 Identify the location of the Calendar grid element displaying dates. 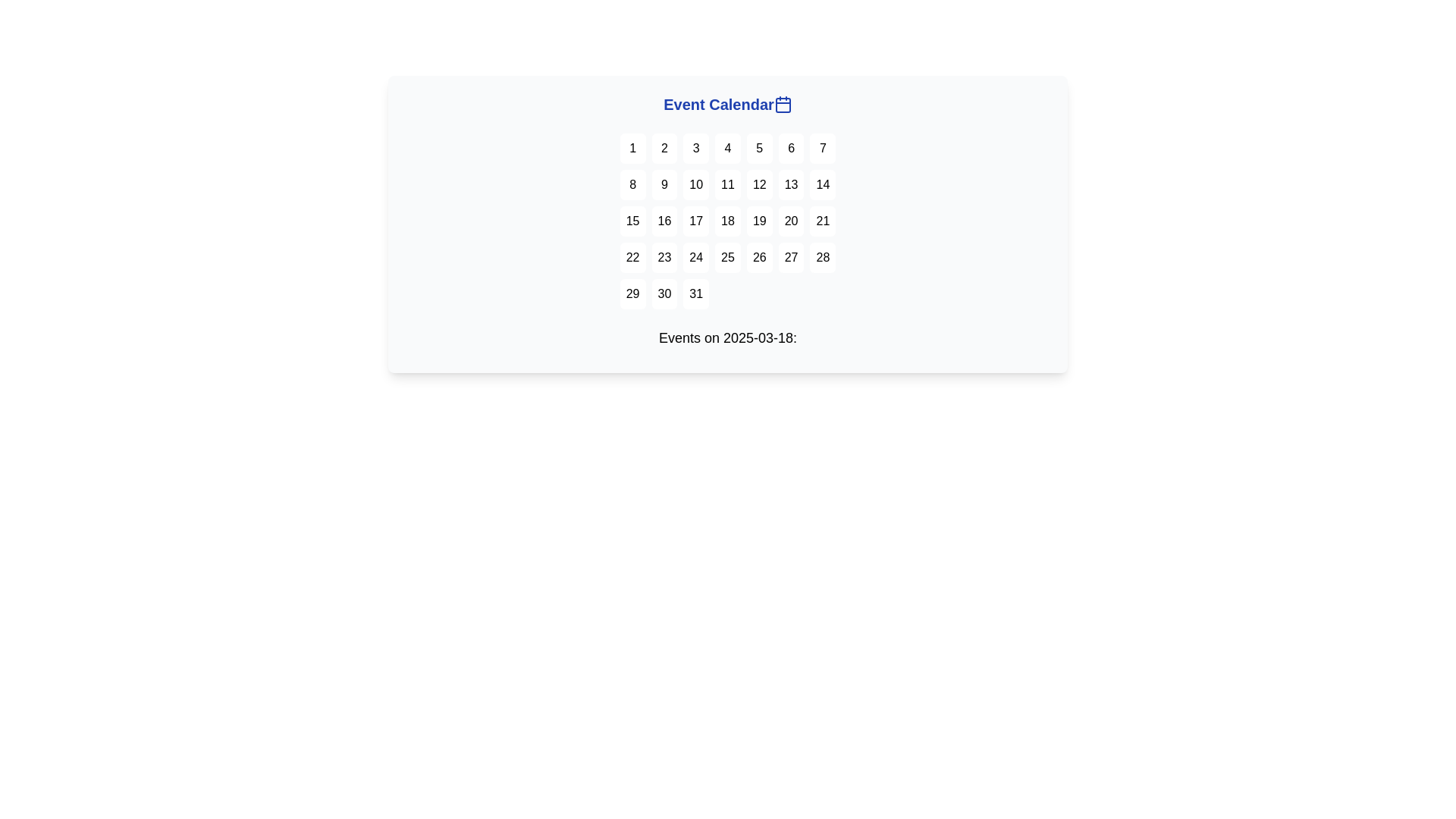
(728, 221).